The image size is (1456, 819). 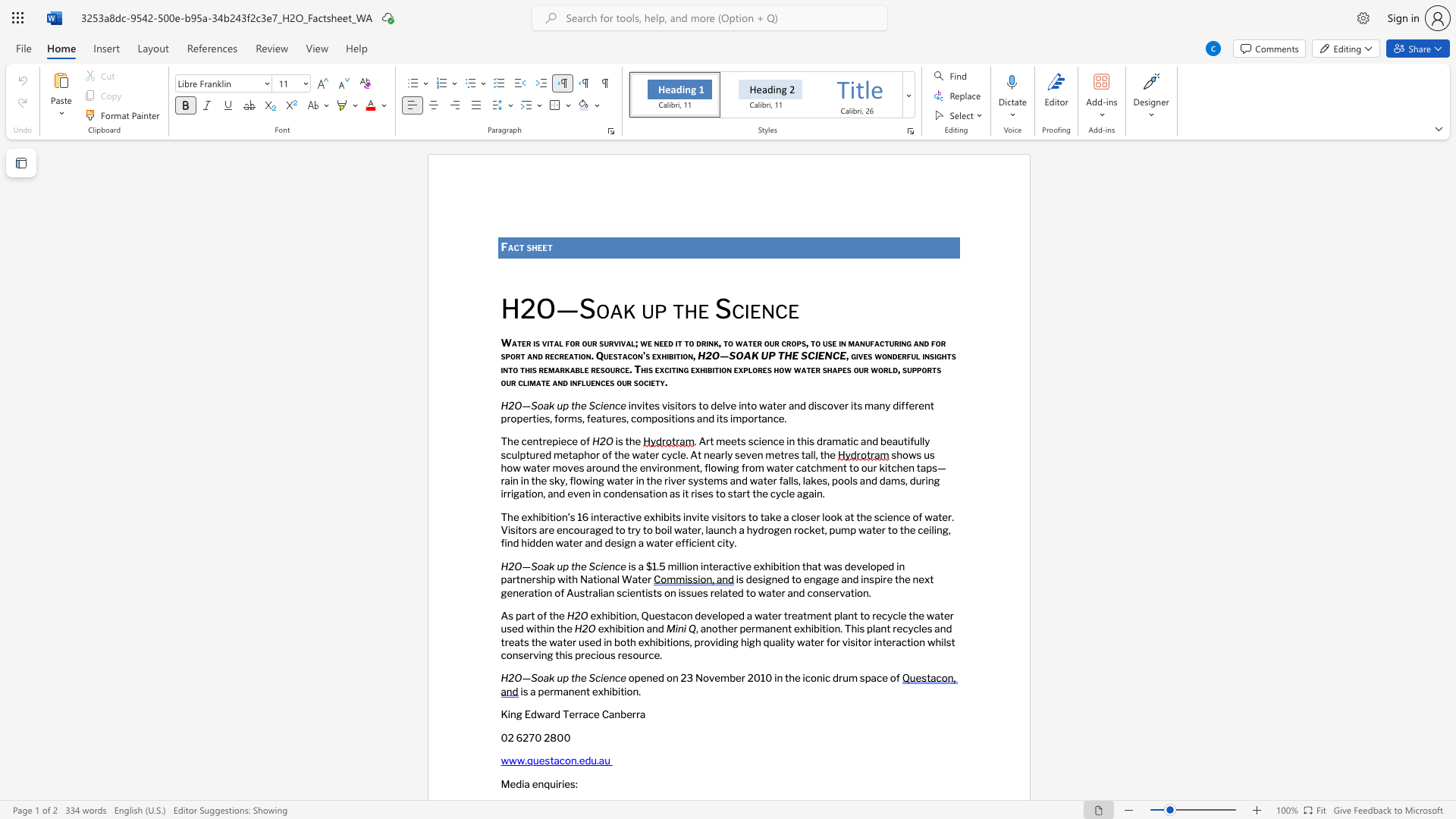 I want to click on the subset text "tion" within the text "exhibition and", so click(x=626, y=629).